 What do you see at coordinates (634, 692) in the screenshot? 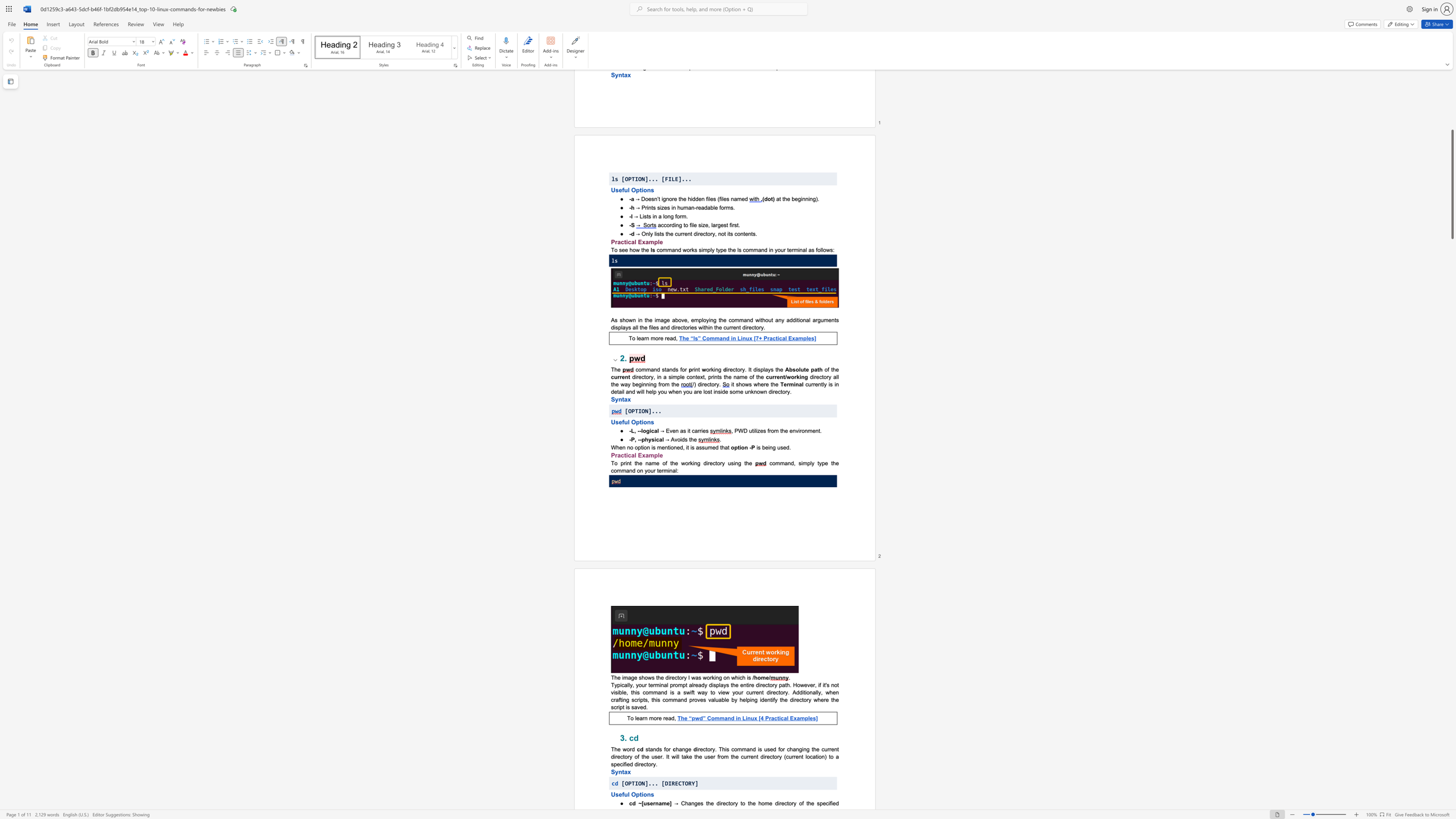
I see `the 1th character "h" in the text` at bounding box center [634, 692].